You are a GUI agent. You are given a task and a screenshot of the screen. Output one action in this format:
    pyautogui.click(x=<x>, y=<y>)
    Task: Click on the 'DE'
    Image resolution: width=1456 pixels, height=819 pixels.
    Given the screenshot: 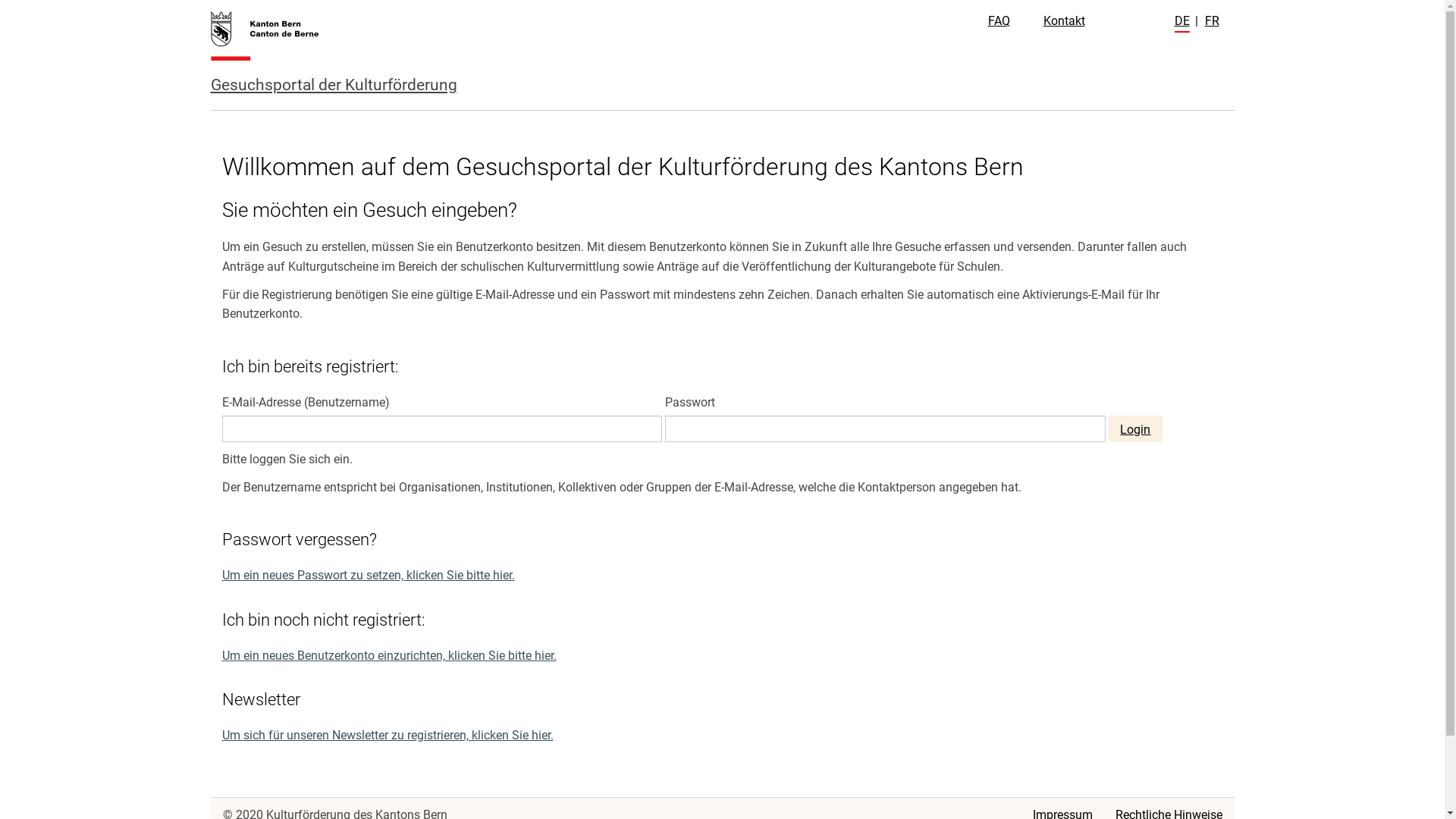 What is the action you would take?
    pyautogui.click(x=1181, y=22)
    